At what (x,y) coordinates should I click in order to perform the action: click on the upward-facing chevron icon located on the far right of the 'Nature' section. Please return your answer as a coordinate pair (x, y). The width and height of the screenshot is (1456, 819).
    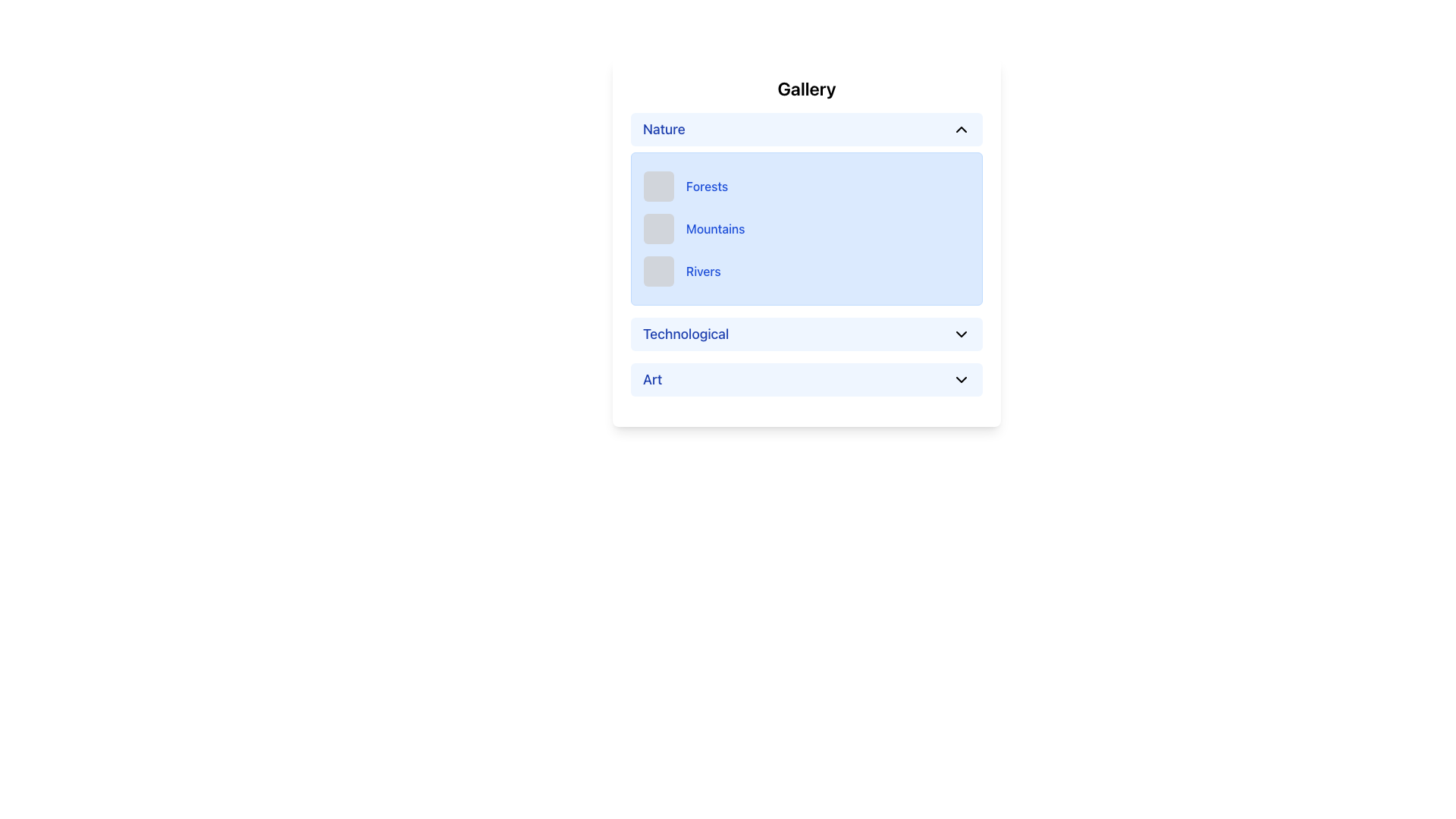
    Looking at the image, I should click on (960, 128).